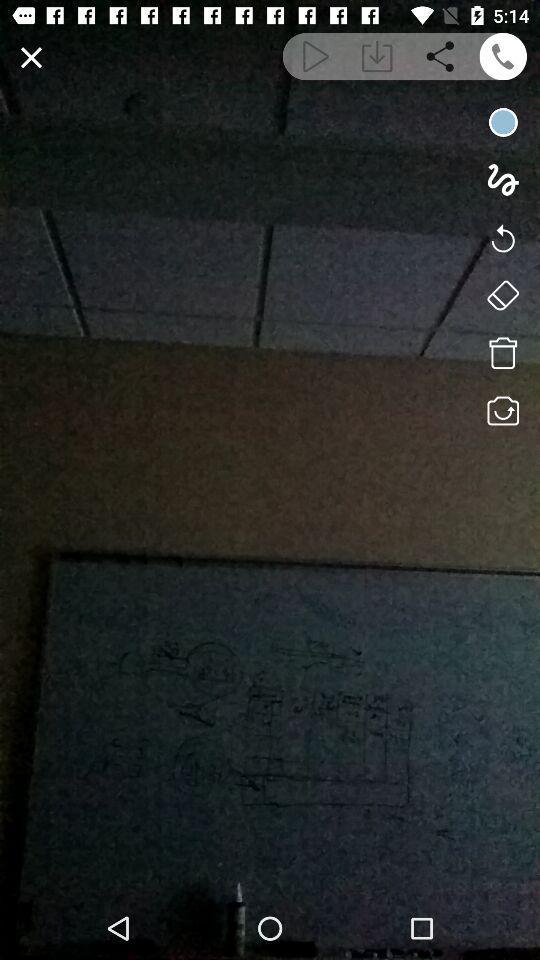 The width and height of the screenshot is (540, 960). I want to click on the close icon, so click(30, 56).